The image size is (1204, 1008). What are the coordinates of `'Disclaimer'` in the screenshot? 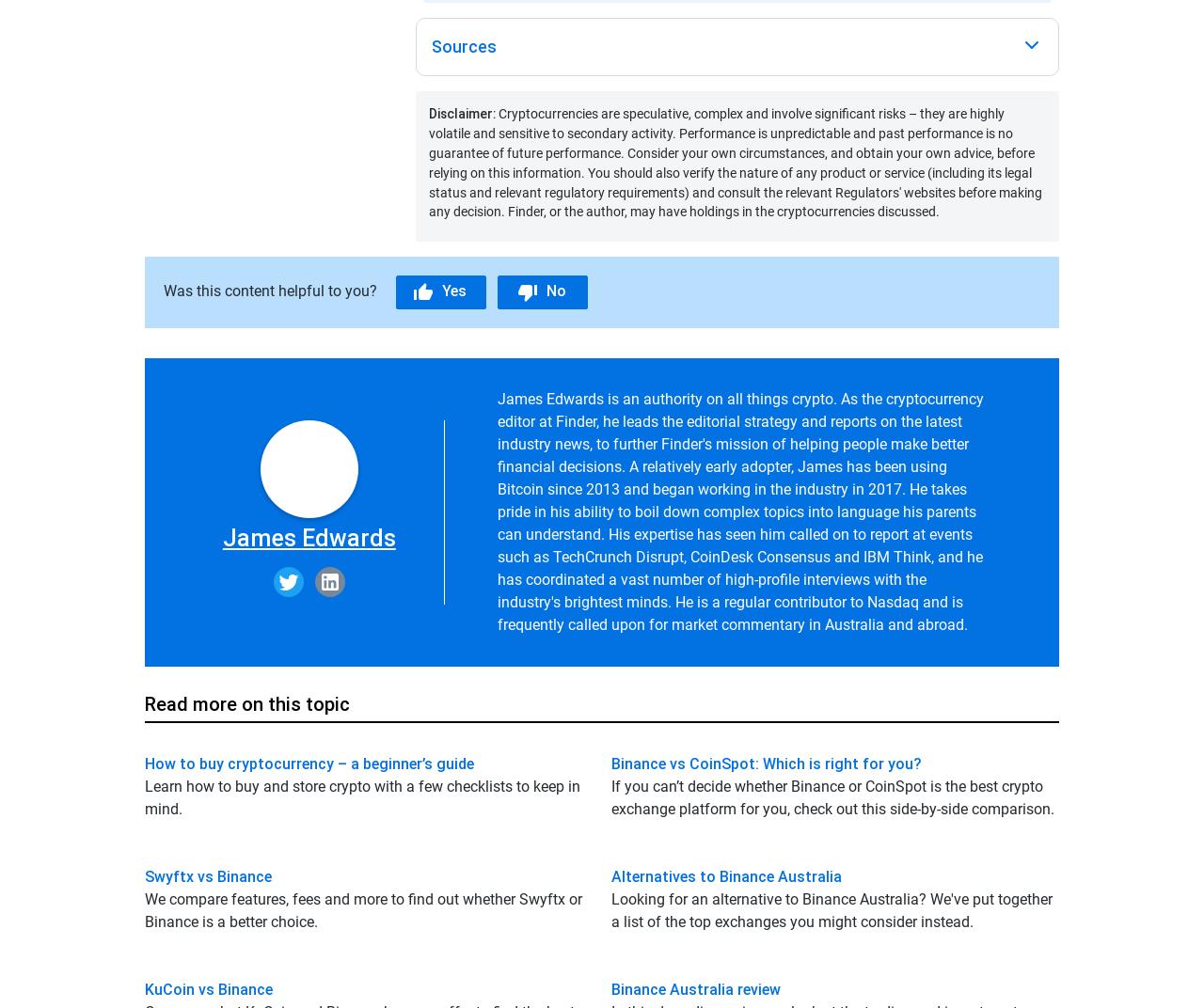 It's located at (459, 114).